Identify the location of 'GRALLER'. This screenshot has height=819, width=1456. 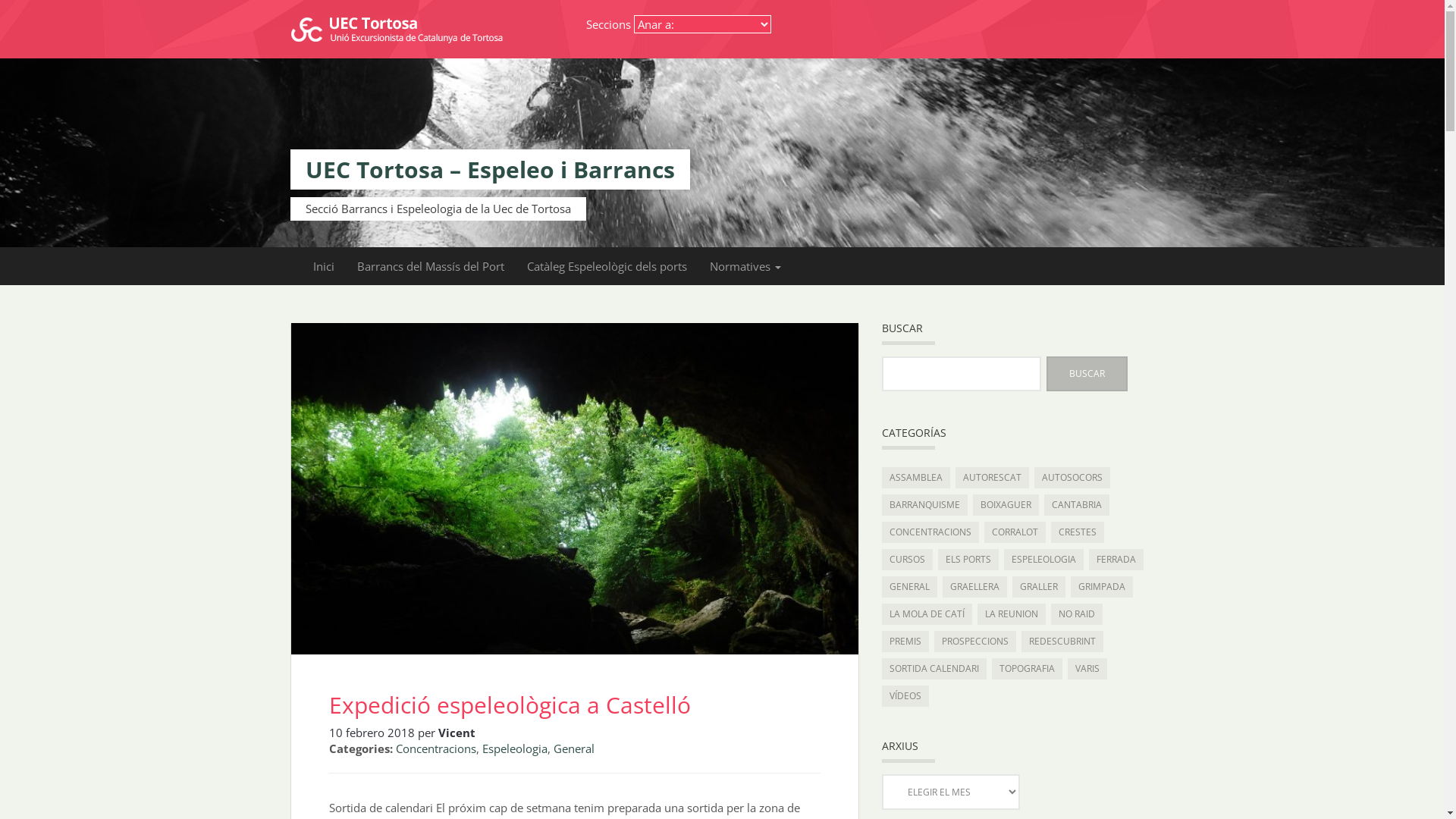
(1037, 586).